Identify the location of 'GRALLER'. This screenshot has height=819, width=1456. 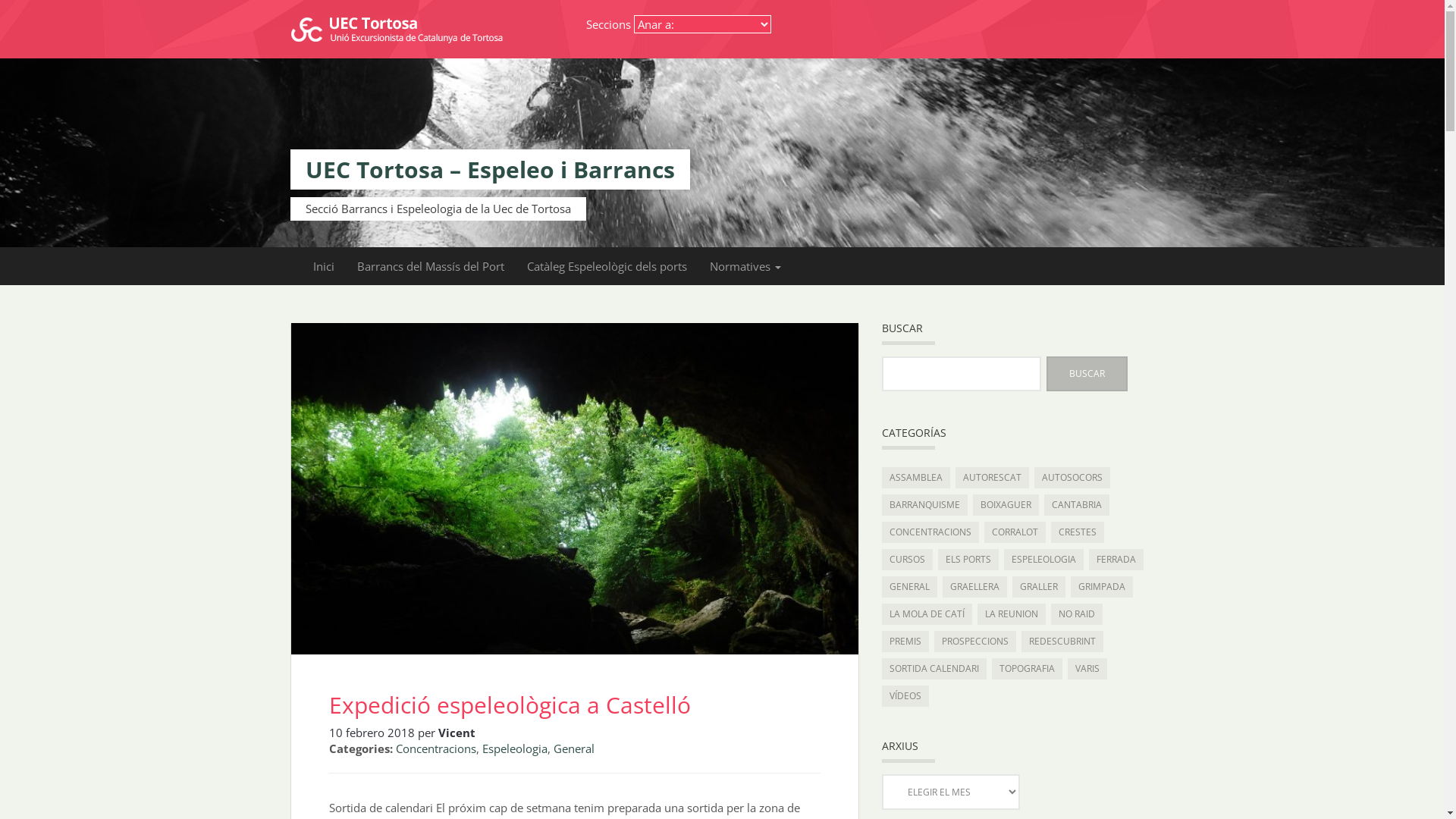
(1037, 586).